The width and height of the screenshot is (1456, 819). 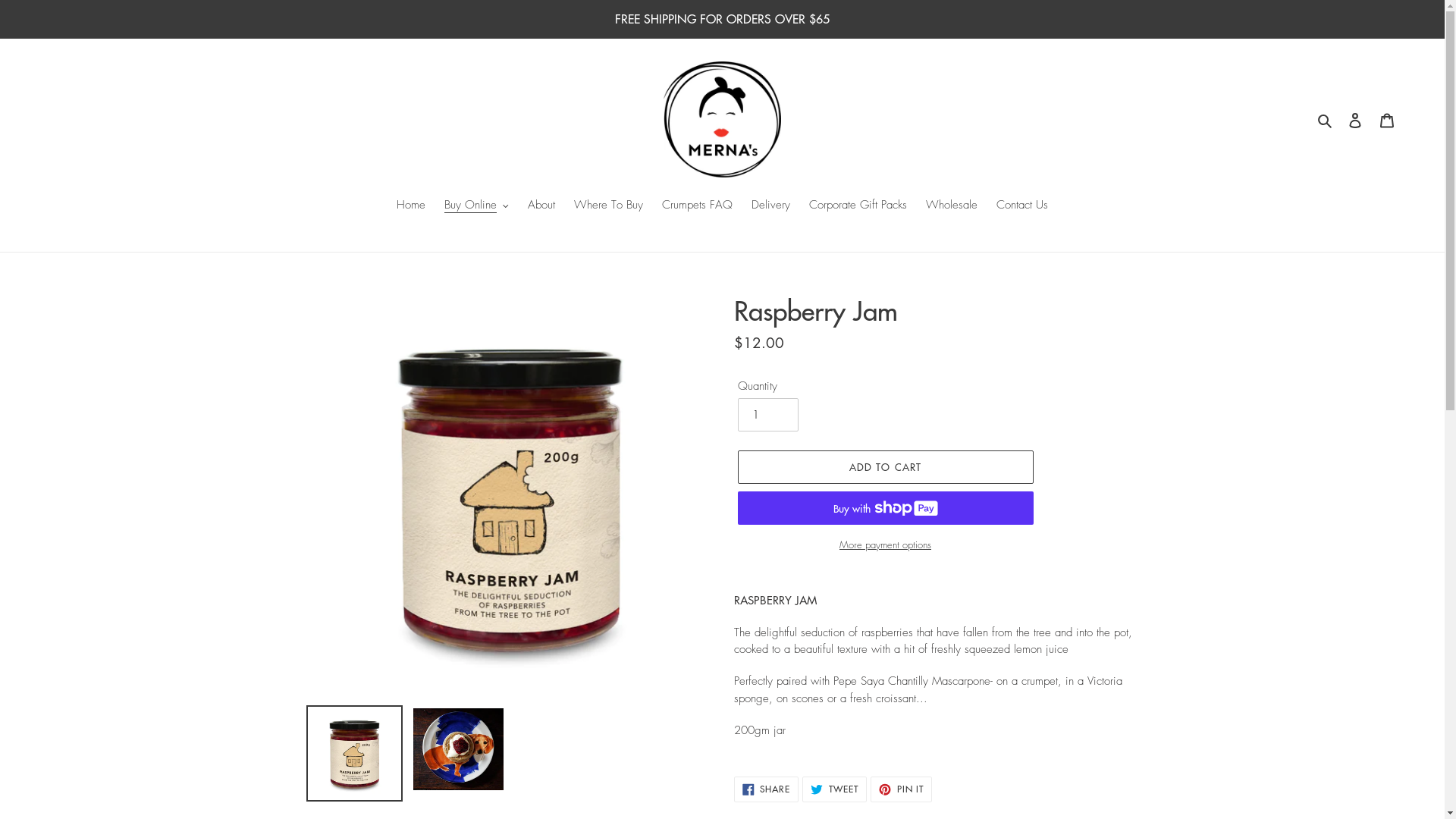 I want to click on 'ADD TO CART', so click(x=736, y=466).